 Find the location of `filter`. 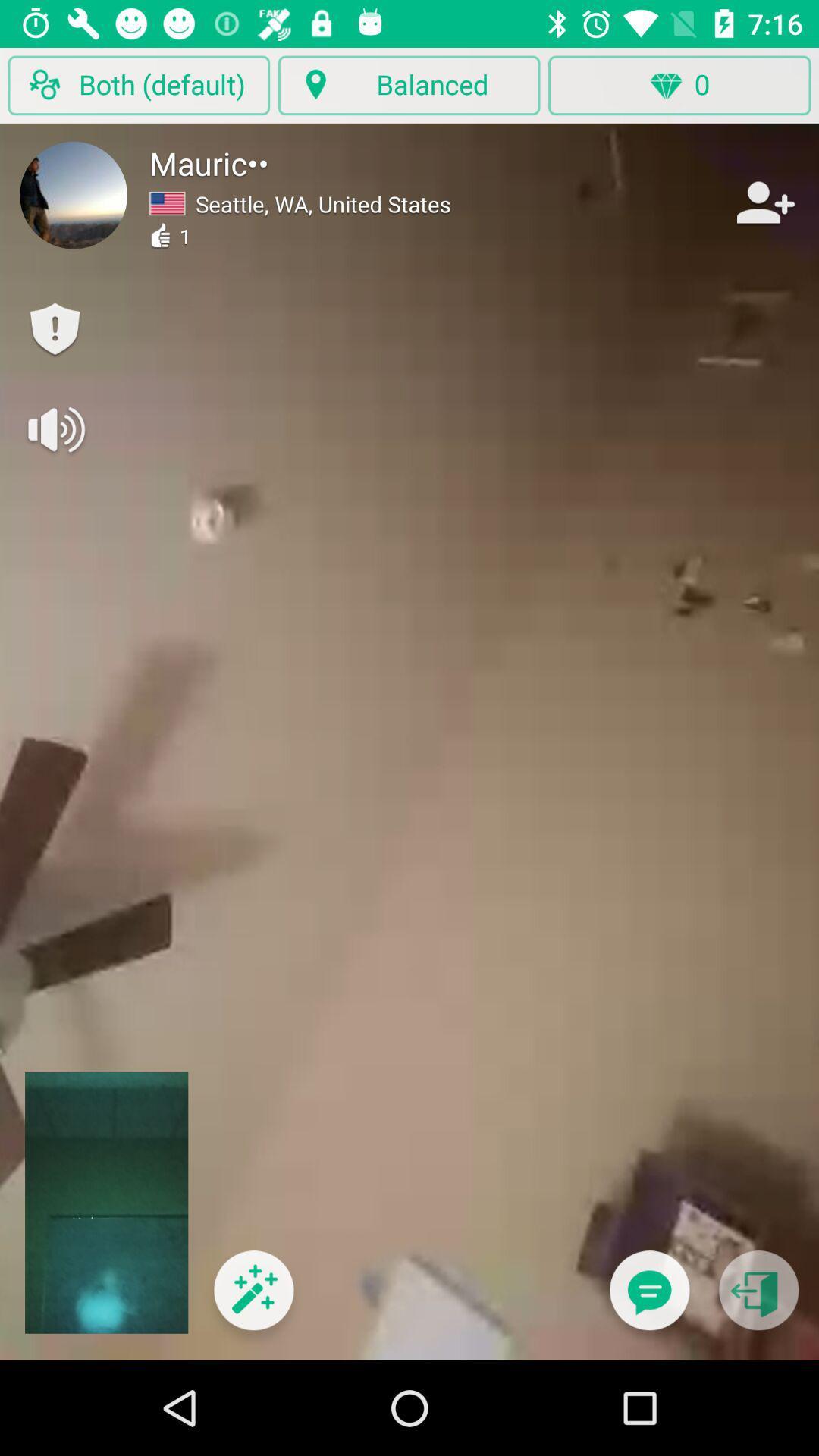

filter is located at coordinates (253, 1299).